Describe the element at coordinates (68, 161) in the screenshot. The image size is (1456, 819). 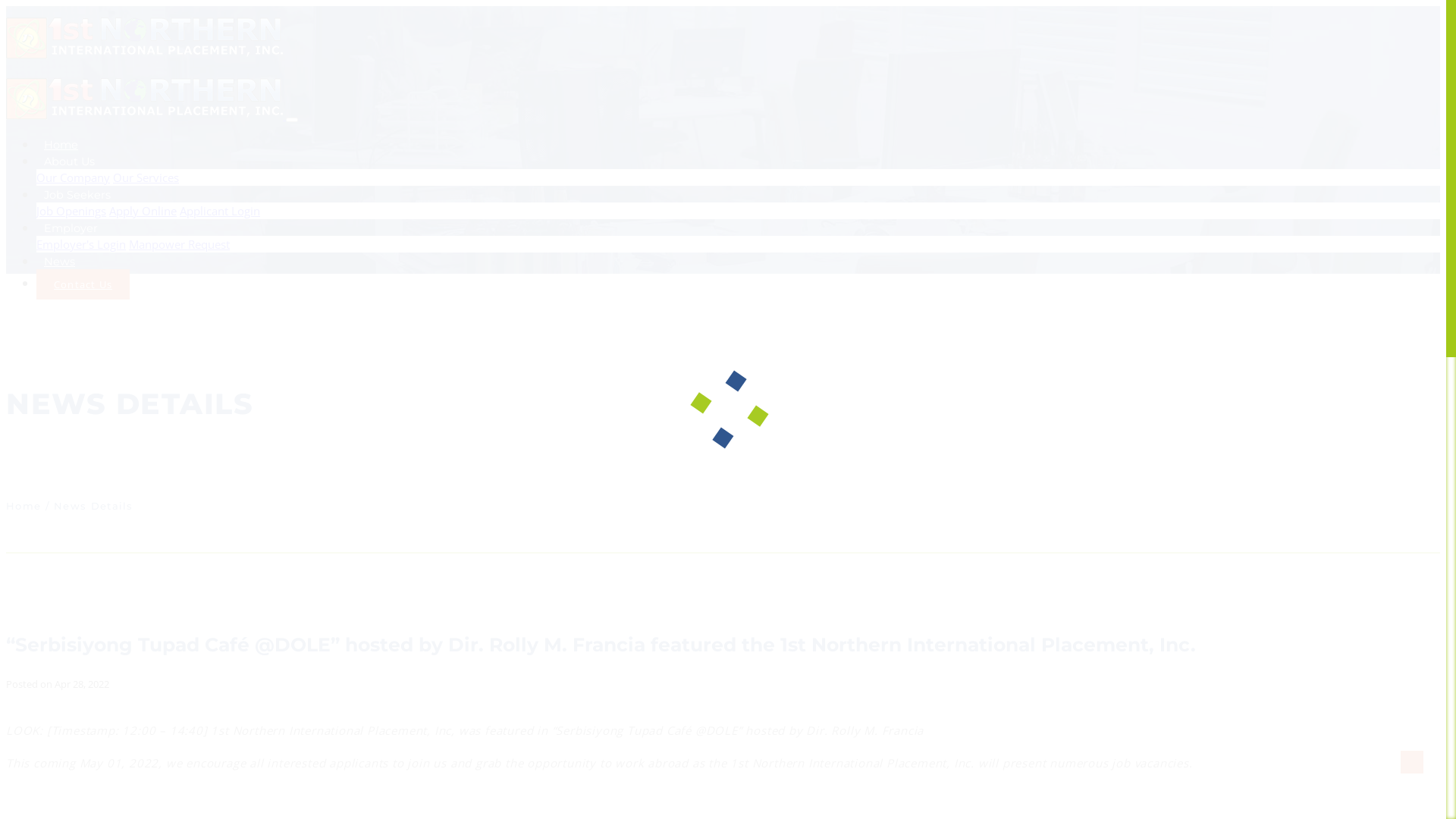
I see `'About Us'` at that location.